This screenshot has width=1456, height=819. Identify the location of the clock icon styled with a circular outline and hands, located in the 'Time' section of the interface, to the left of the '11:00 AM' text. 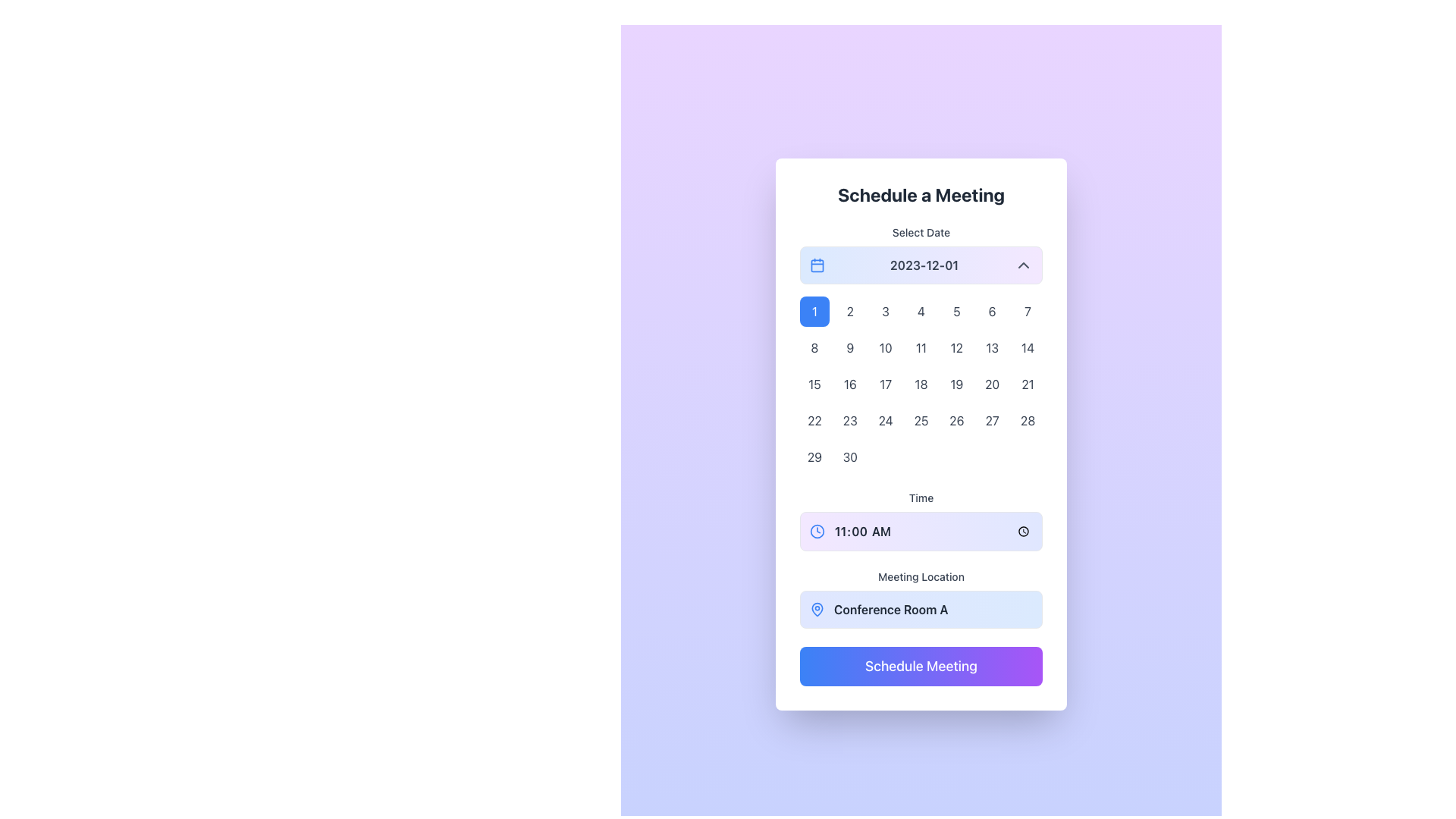
(817, 531).